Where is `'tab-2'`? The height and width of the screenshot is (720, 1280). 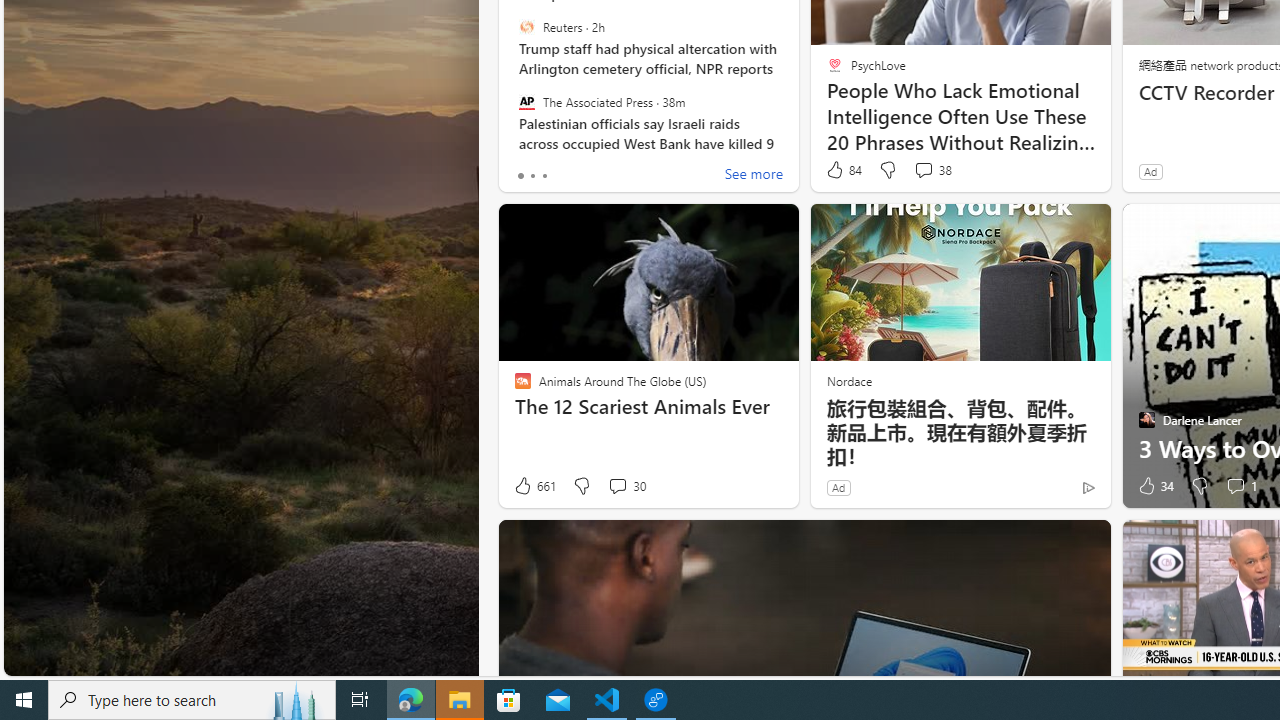
'tab-2' is located at coordinates (544, 175).